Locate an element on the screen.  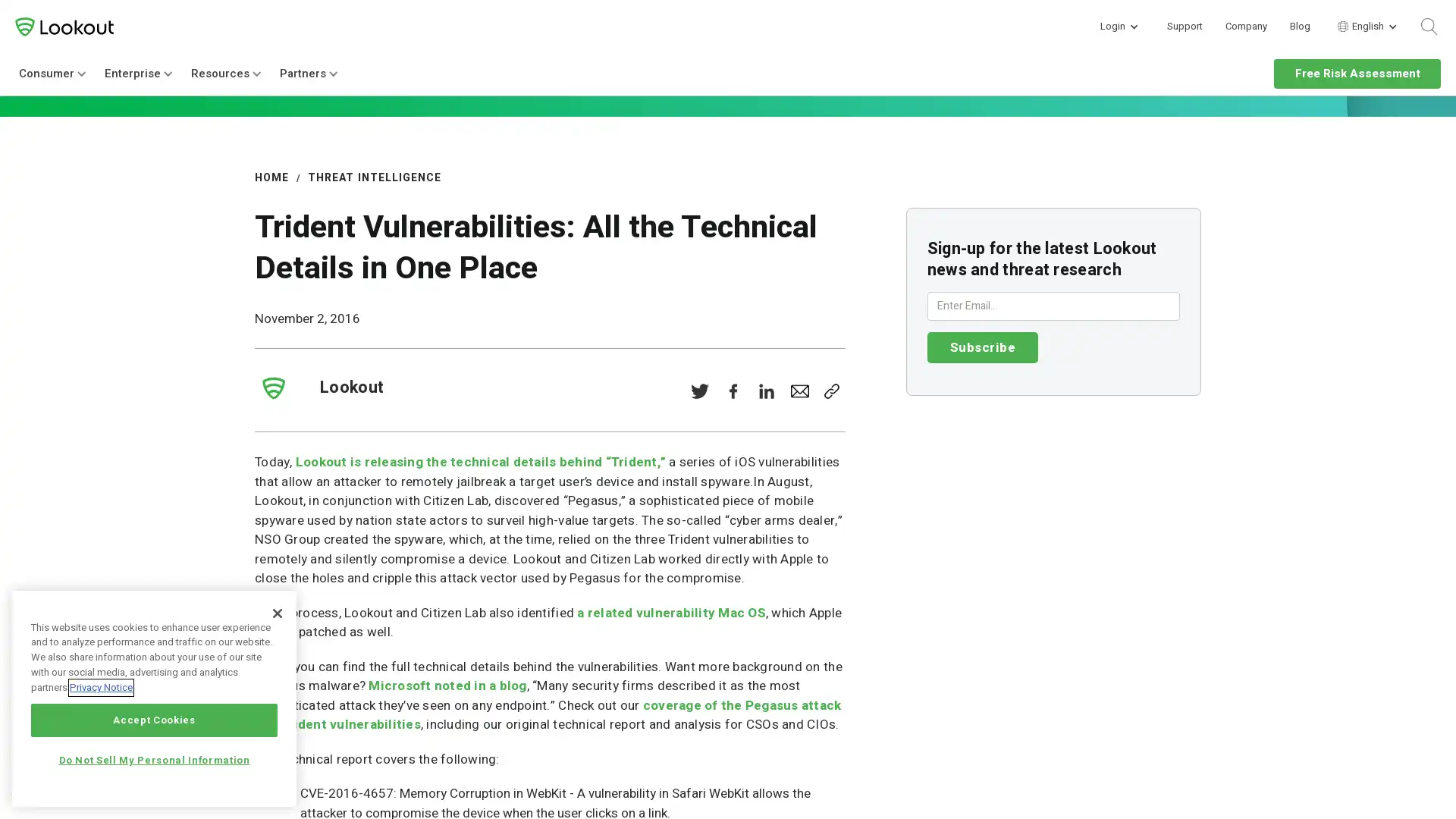
Do Not Sell My Personal Information is located at coordinates (154, 760).